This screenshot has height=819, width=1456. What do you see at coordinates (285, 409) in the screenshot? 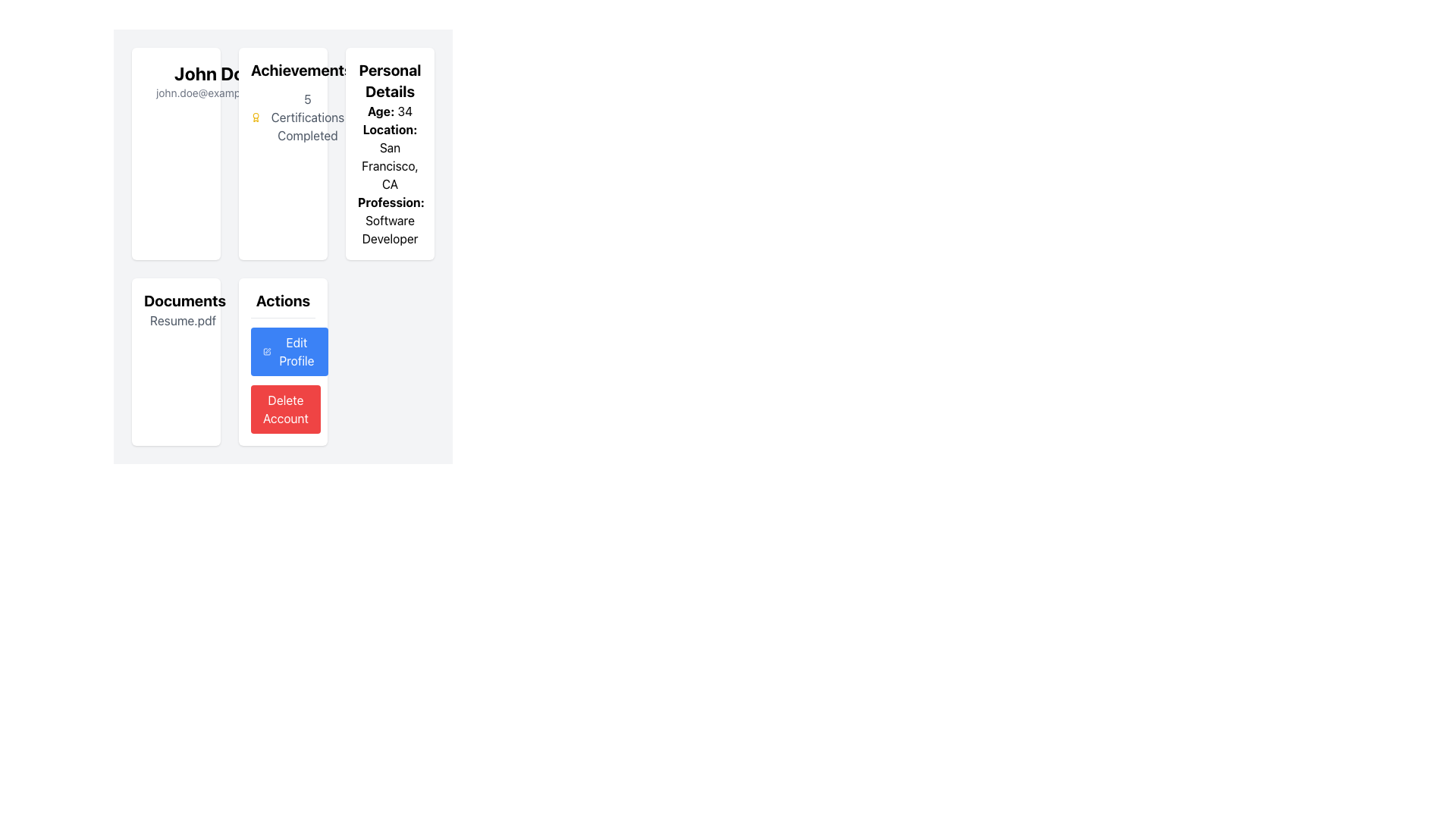
I see `text component displaying the phrase 'Delete Account' with a white font on a red background, located in the 'Actions' section beneath the 'Edit Profile' button` at bounding box center [285, 409].